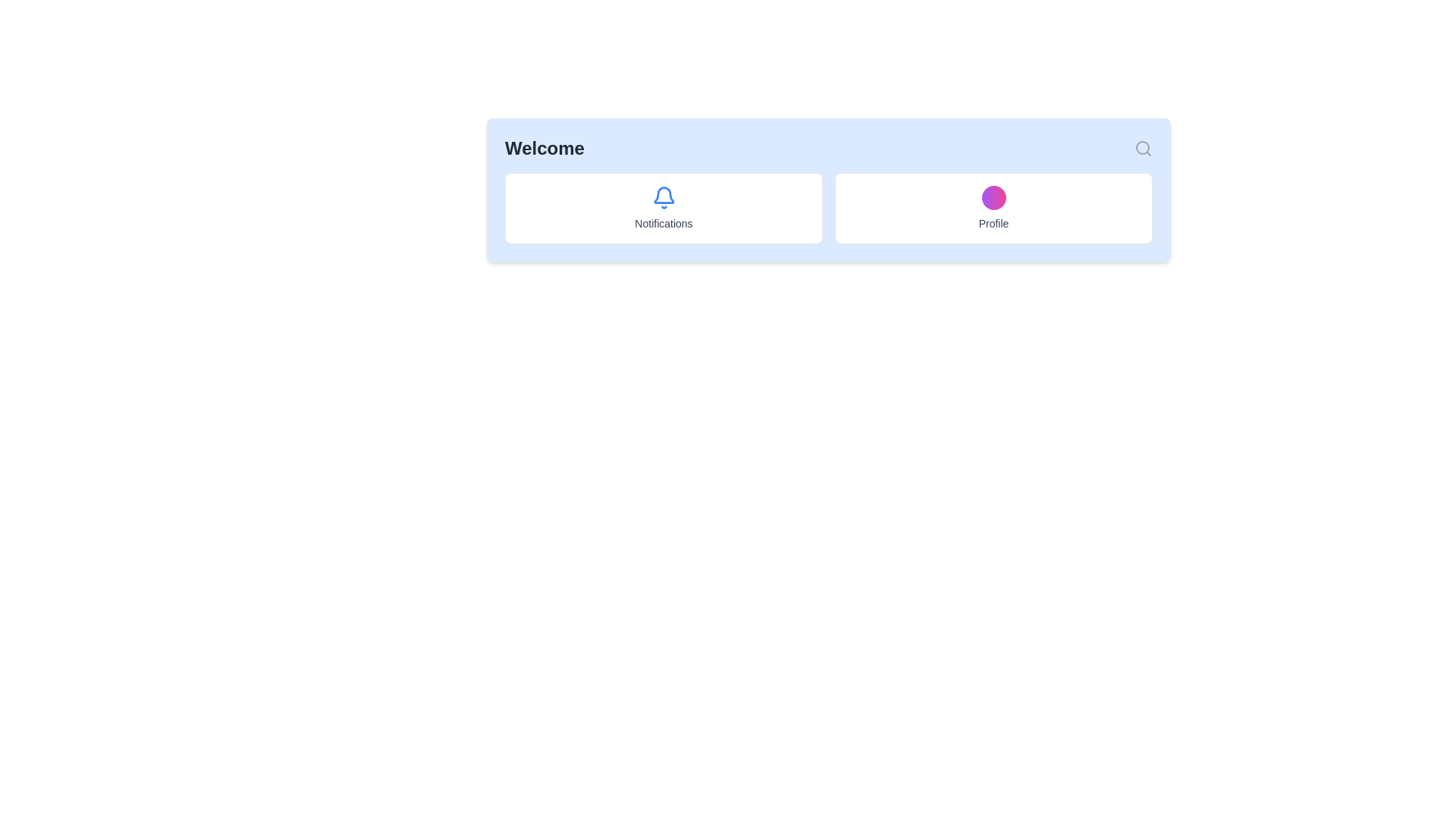 This screenshot has width=1456, height=819. I want to click on the 'Profile' button, which is a rectangular card with a white background and a gradient purple-to-pink circular shape at the top center, to potentially see a tooltip, so click(993, 208).